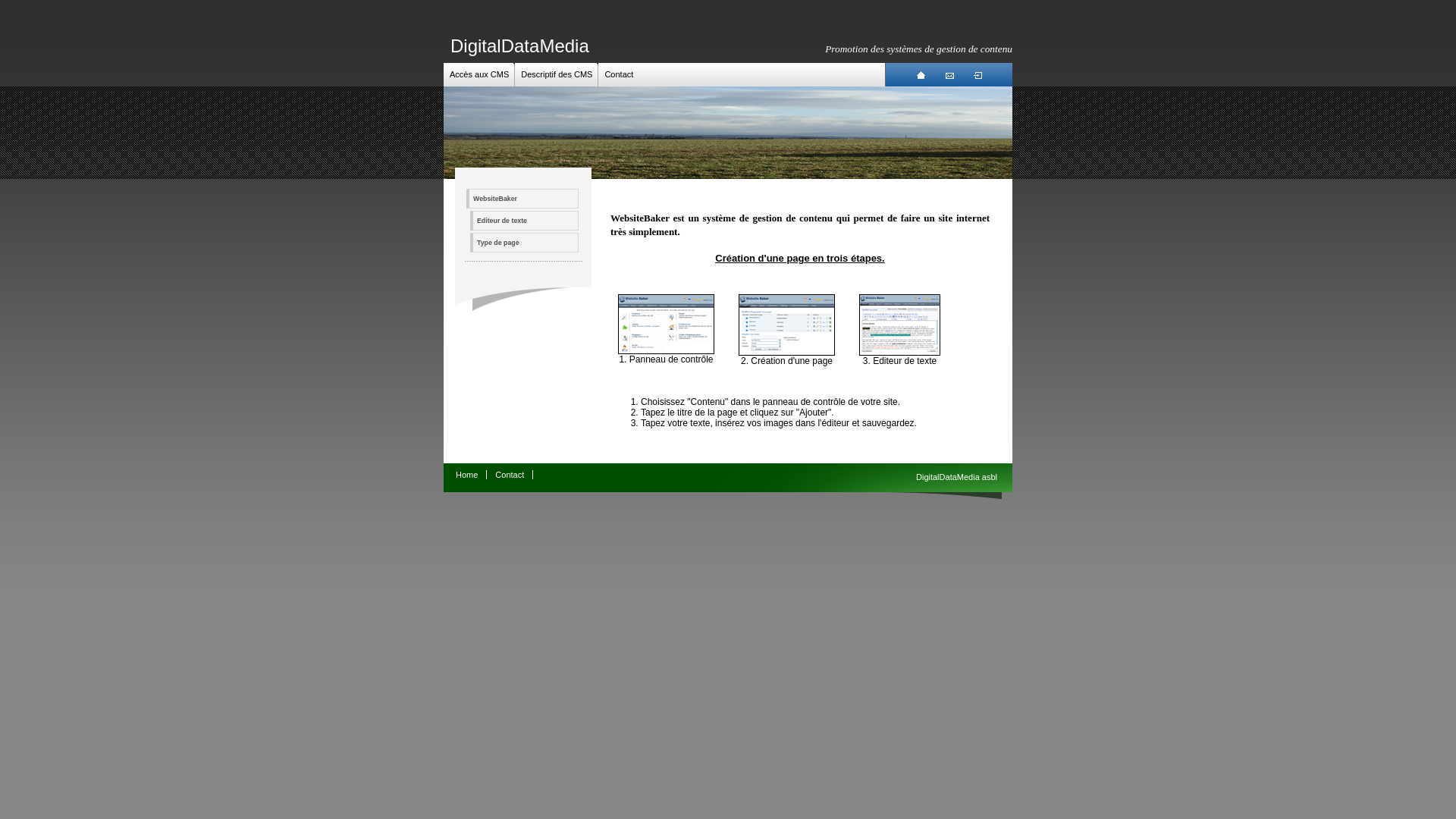  What do you see at coordinates (466, 473) in the screenshot?
I see `'Home'` at bounding box center [466, 473].